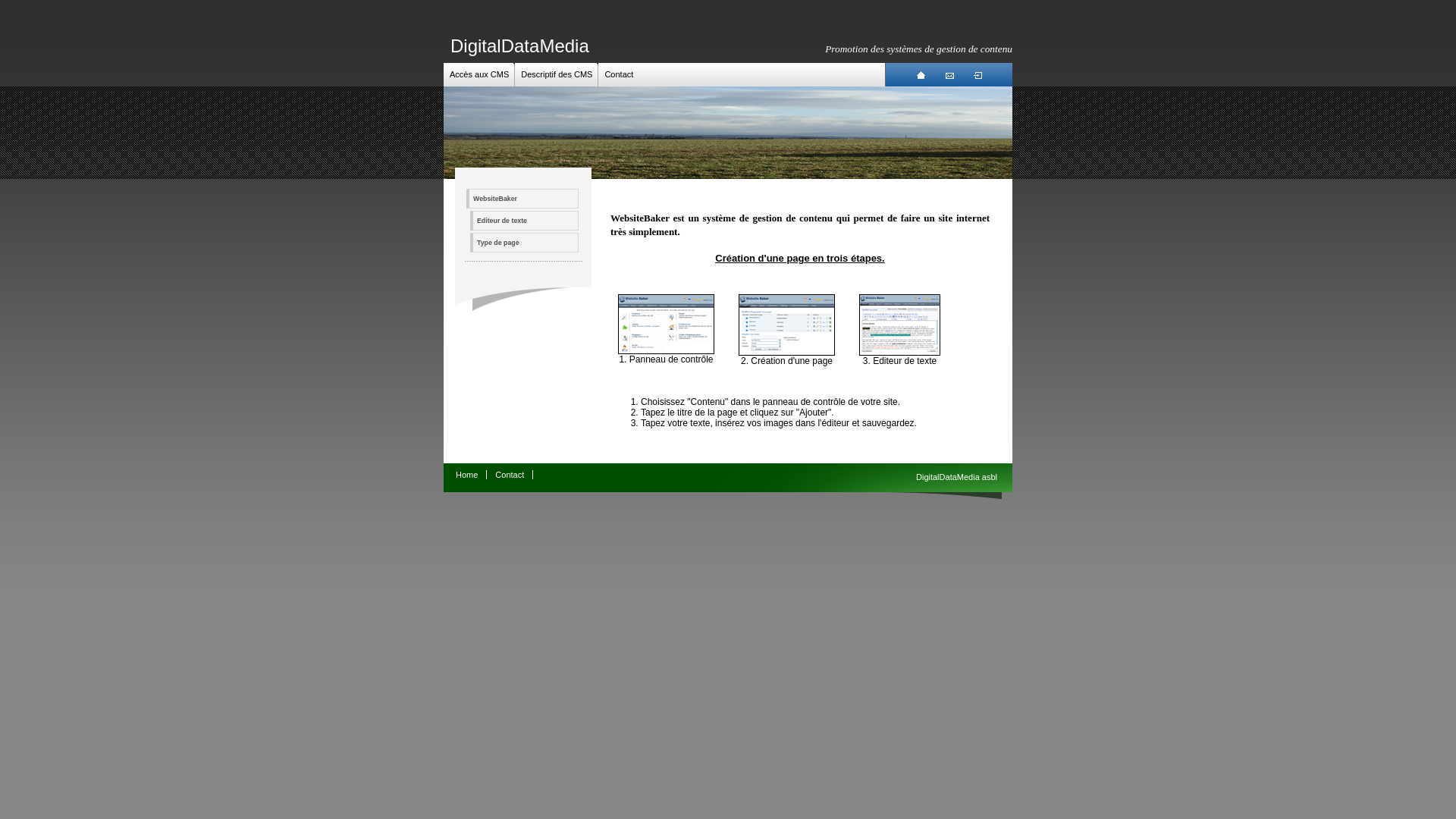  What do you see at coordinates (466, 473) in the screenshot?
I see `'Home'` at bounding box center [466, 473].